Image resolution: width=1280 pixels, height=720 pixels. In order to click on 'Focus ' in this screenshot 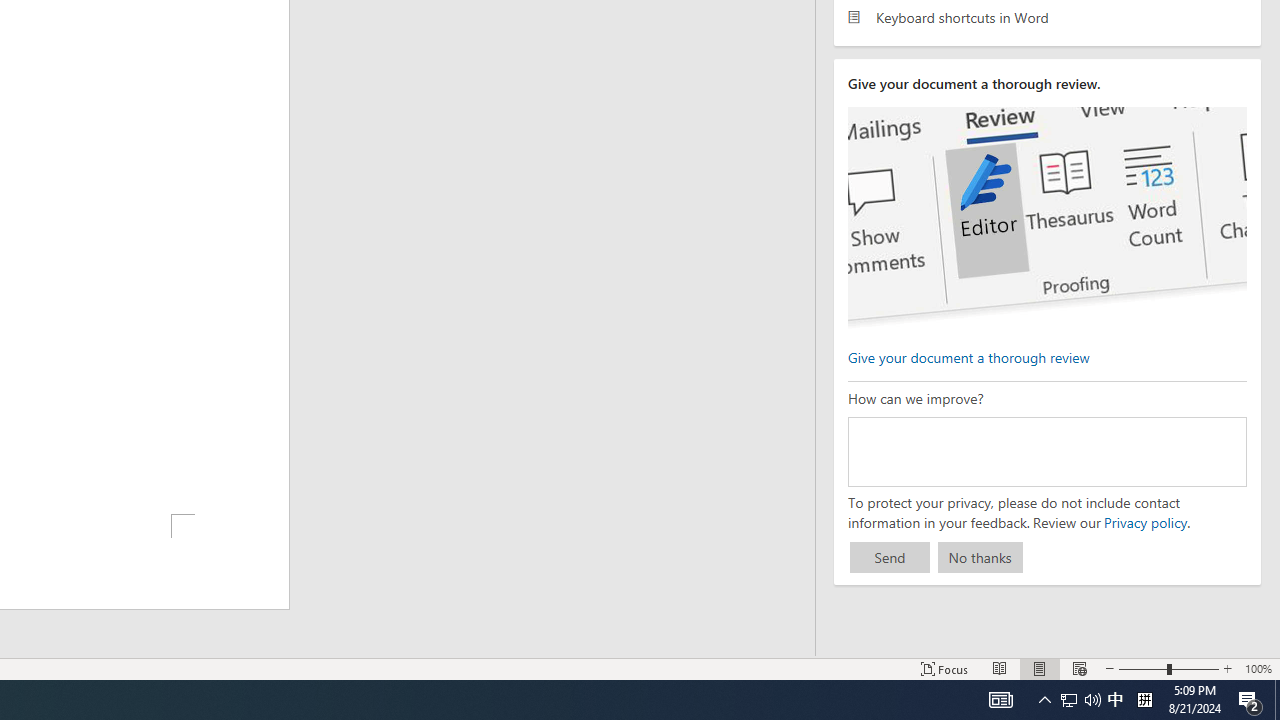, I will do `click(943, 669)`.